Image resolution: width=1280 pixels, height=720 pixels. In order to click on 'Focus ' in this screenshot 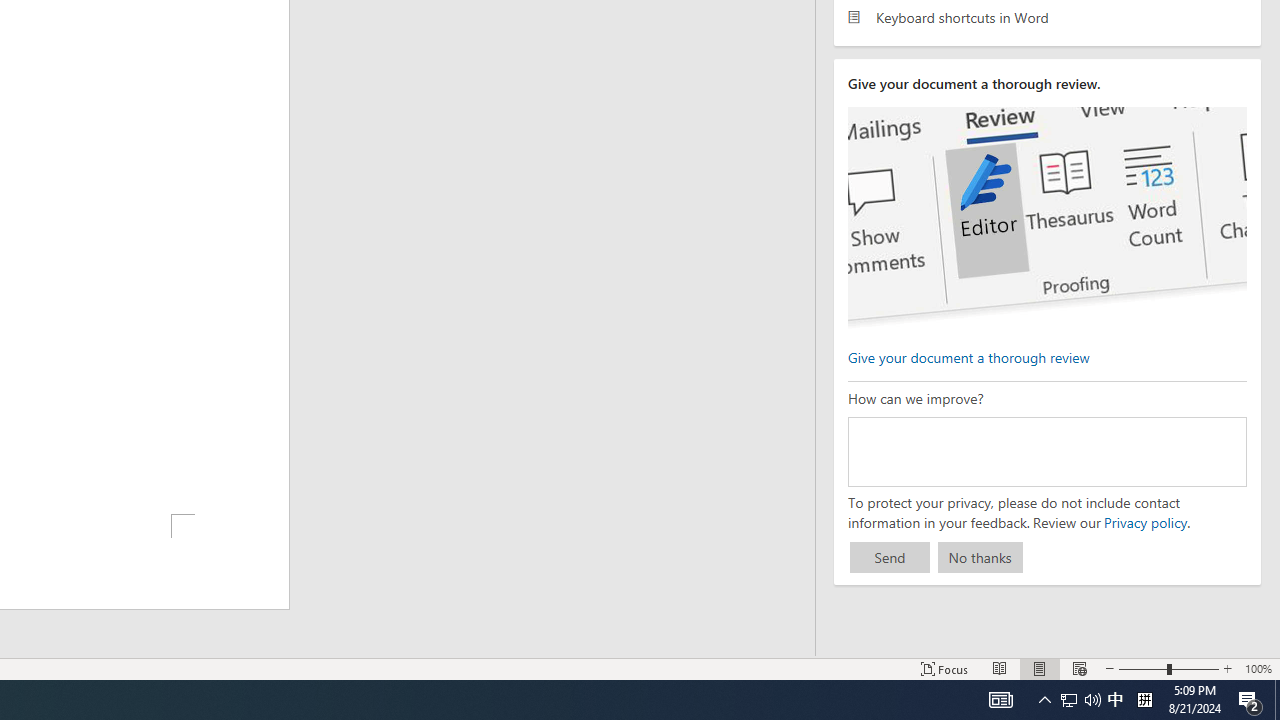, I will do `click(943, 669)`.